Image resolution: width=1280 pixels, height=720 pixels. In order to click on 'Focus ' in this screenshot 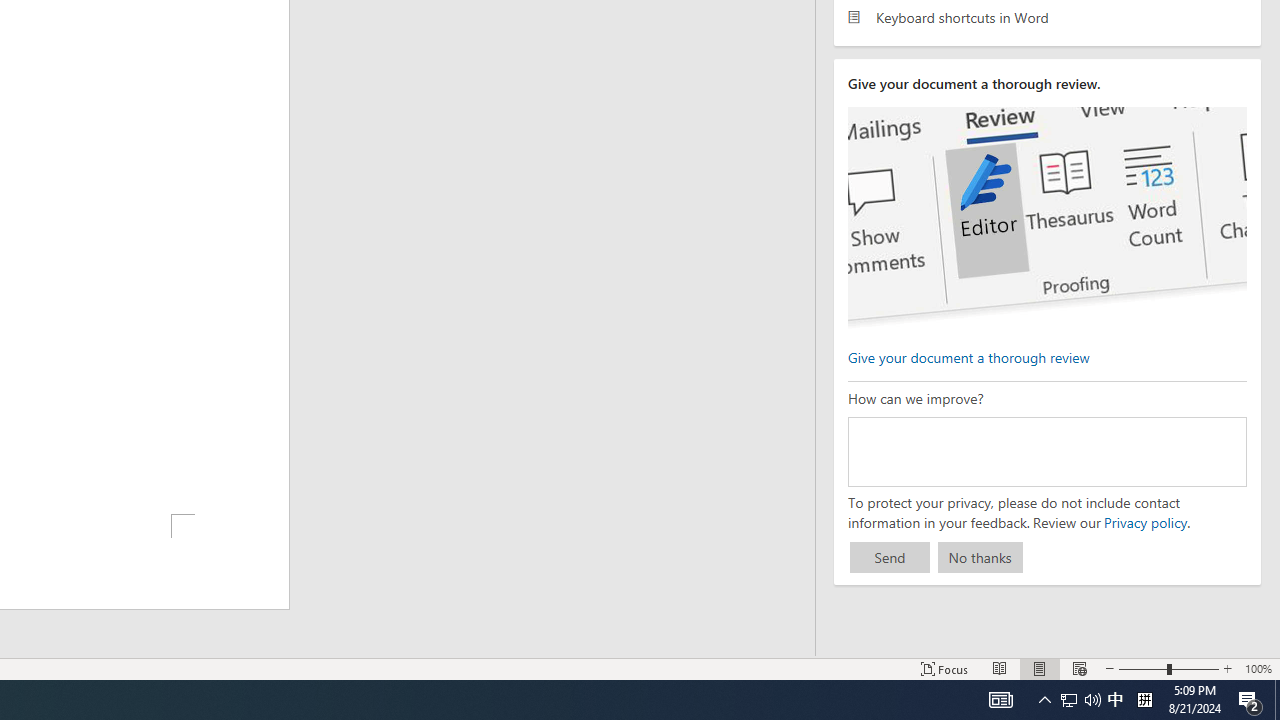, I will do `click(943, 669)`.